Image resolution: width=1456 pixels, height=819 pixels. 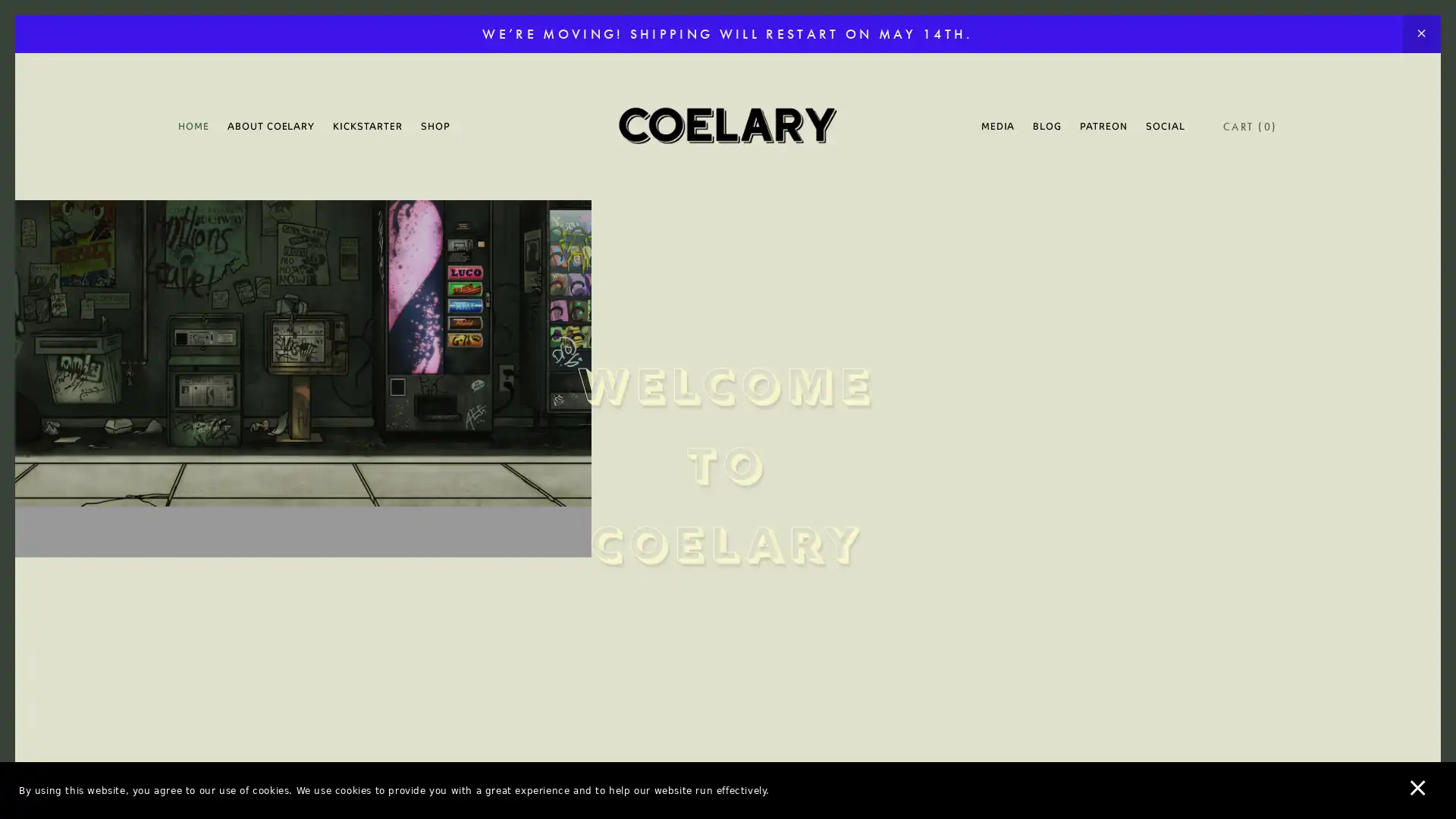 What do you see at coordinates (870, 526) in the screenshot?
I see `Subscribe` at bounding box center [870, 526].